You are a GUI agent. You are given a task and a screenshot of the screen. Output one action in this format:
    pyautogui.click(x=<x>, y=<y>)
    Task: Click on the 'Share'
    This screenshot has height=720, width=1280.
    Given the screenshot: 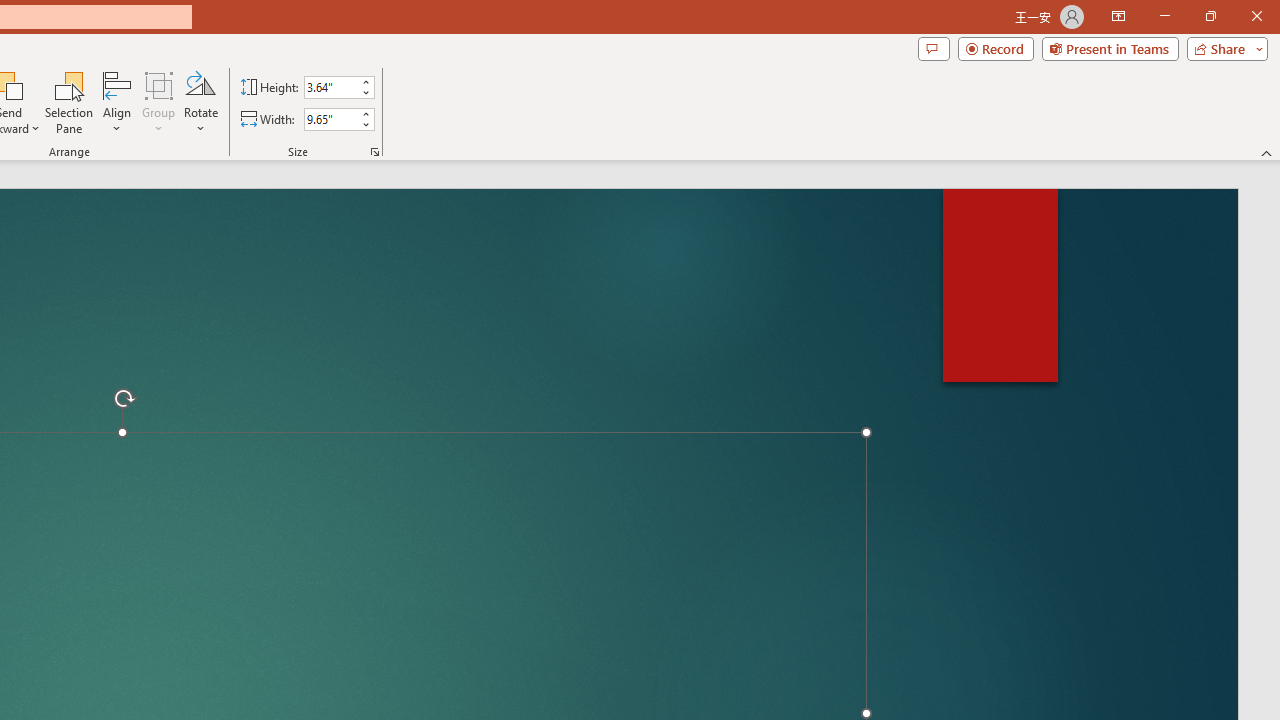 What is the action you would take?
    pyautogui.click(x=1222, y=47)
    